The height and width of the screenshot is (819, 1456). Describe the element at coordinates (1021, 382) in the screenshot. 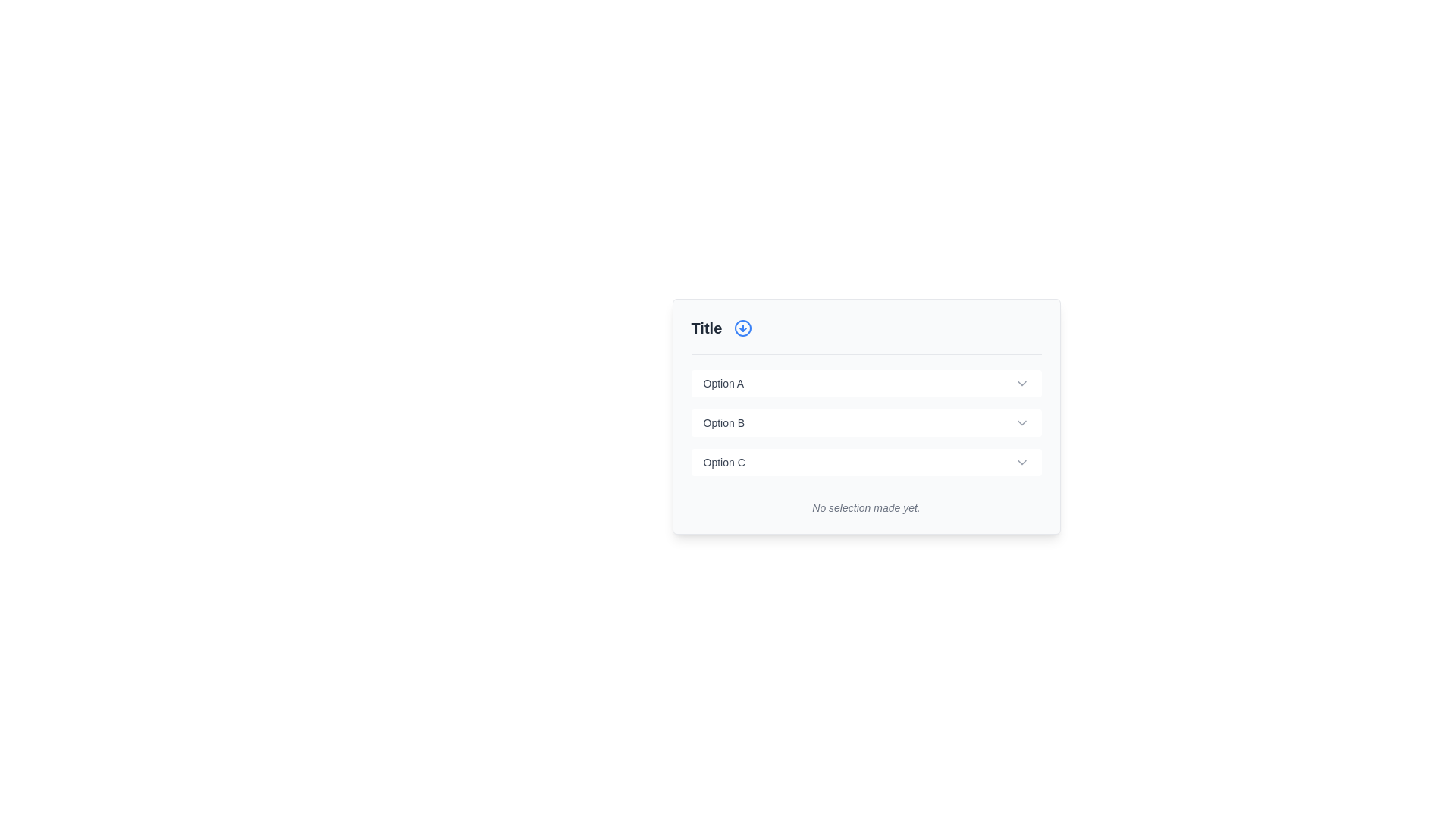

I see `the Dropdown indicator icon in the 'Option A' row` at that location.